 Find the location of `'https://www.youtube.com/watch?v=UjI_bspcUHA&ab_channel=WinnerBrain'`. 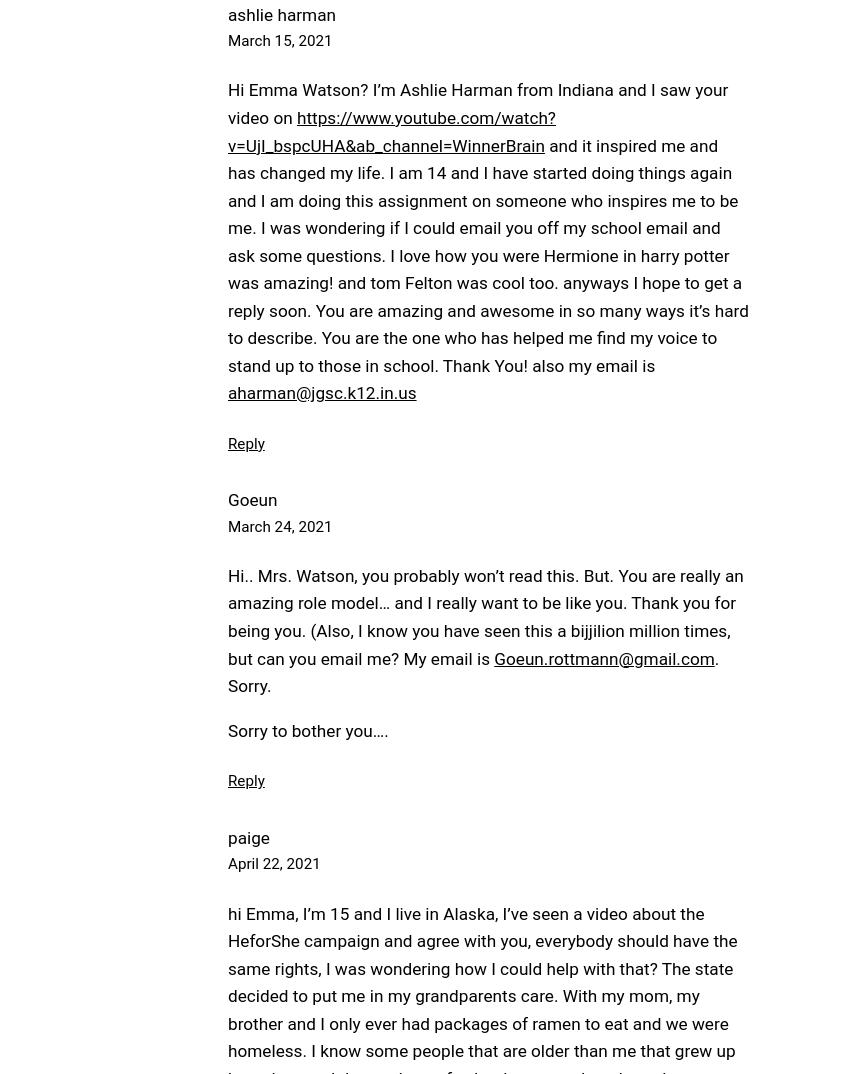

'https://www.youtube.com/watch?v=UjI_bspcUHA&ab_channel=WinnerBrain' is located at coordinates (392, 130).